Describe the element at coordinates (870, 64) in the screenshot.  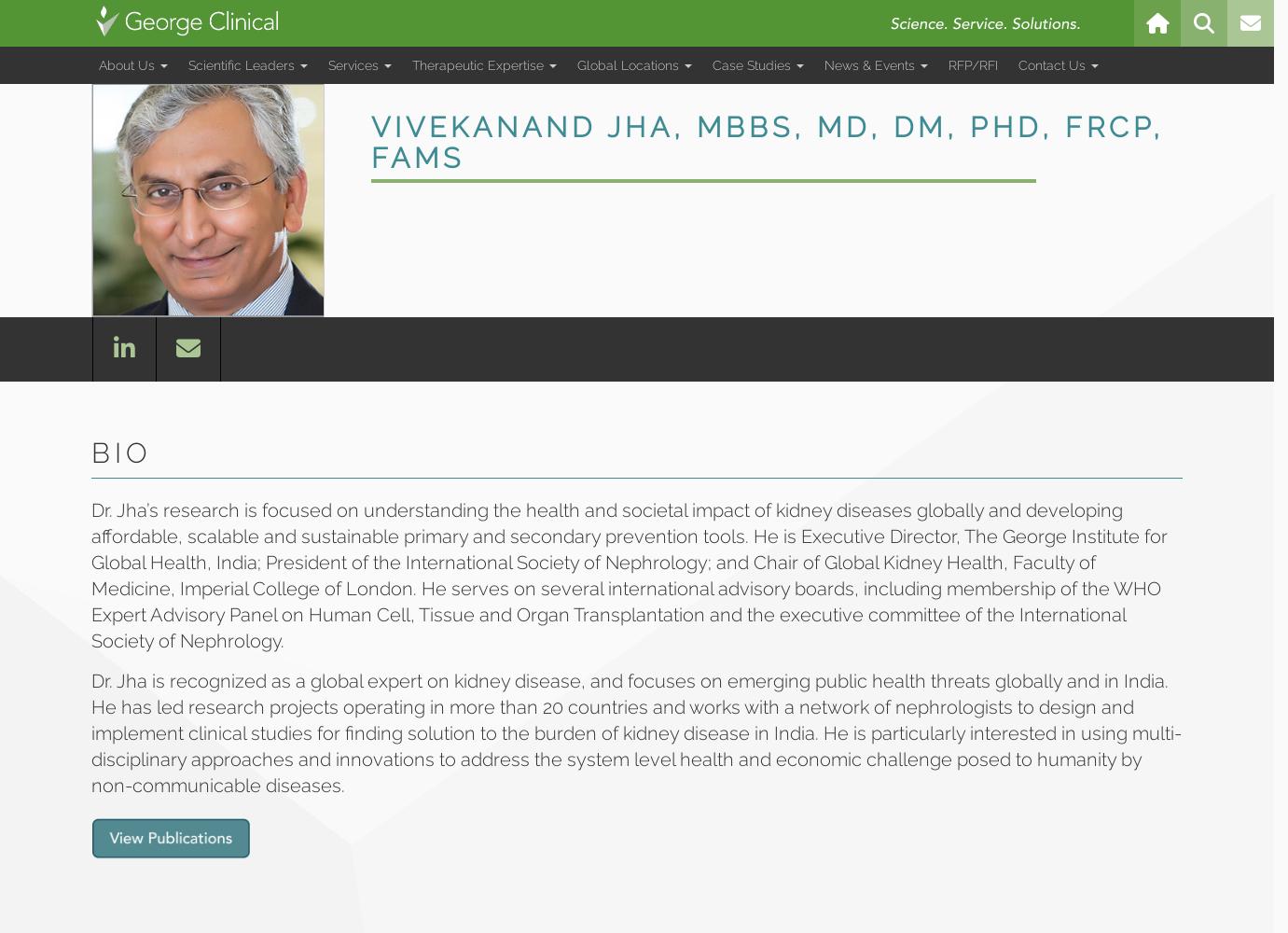
I see `'News & Events'` at that location.